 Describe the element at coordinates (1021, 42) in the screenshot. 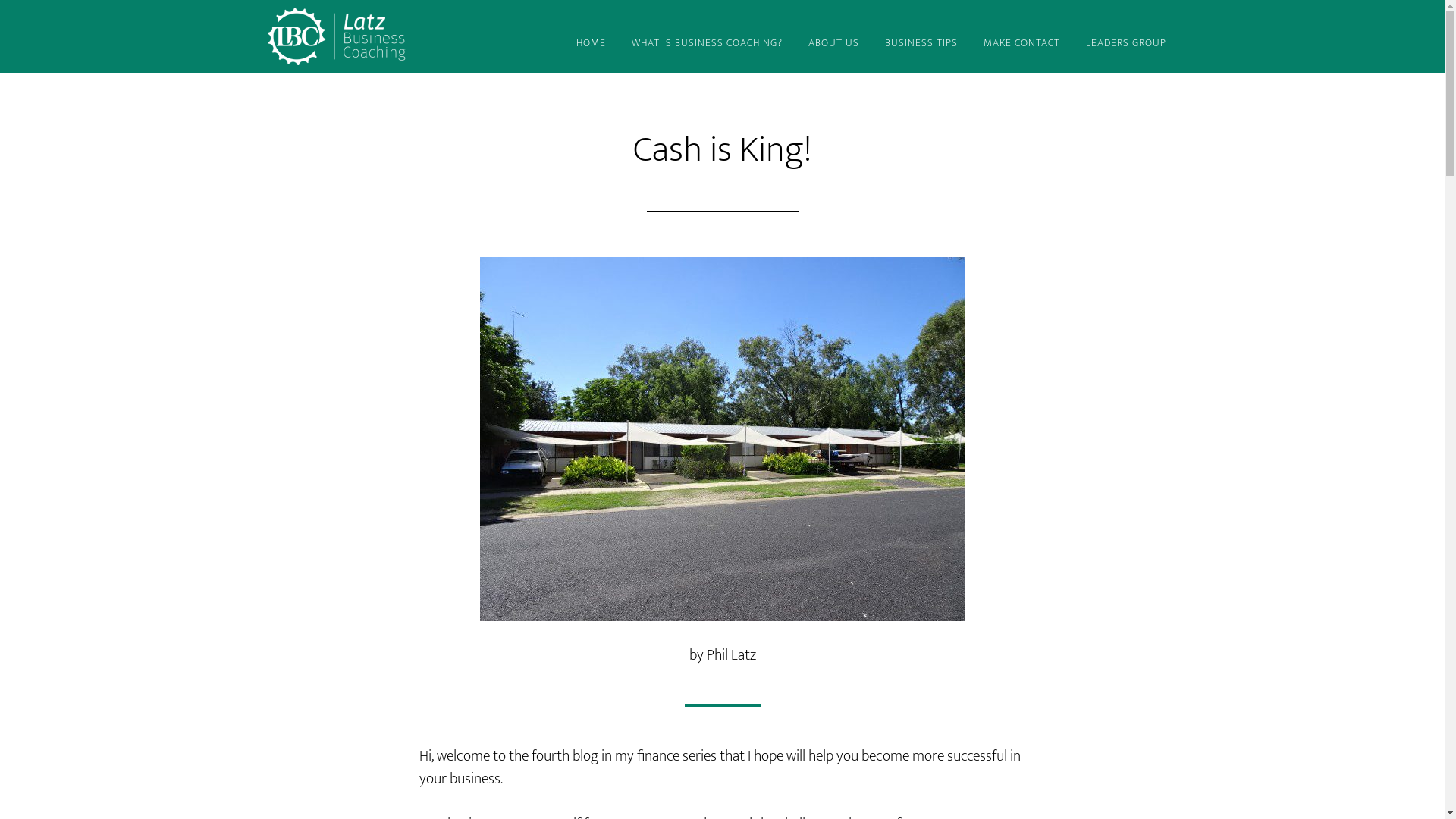

I see `'MAKE CONTACT'` at that location.